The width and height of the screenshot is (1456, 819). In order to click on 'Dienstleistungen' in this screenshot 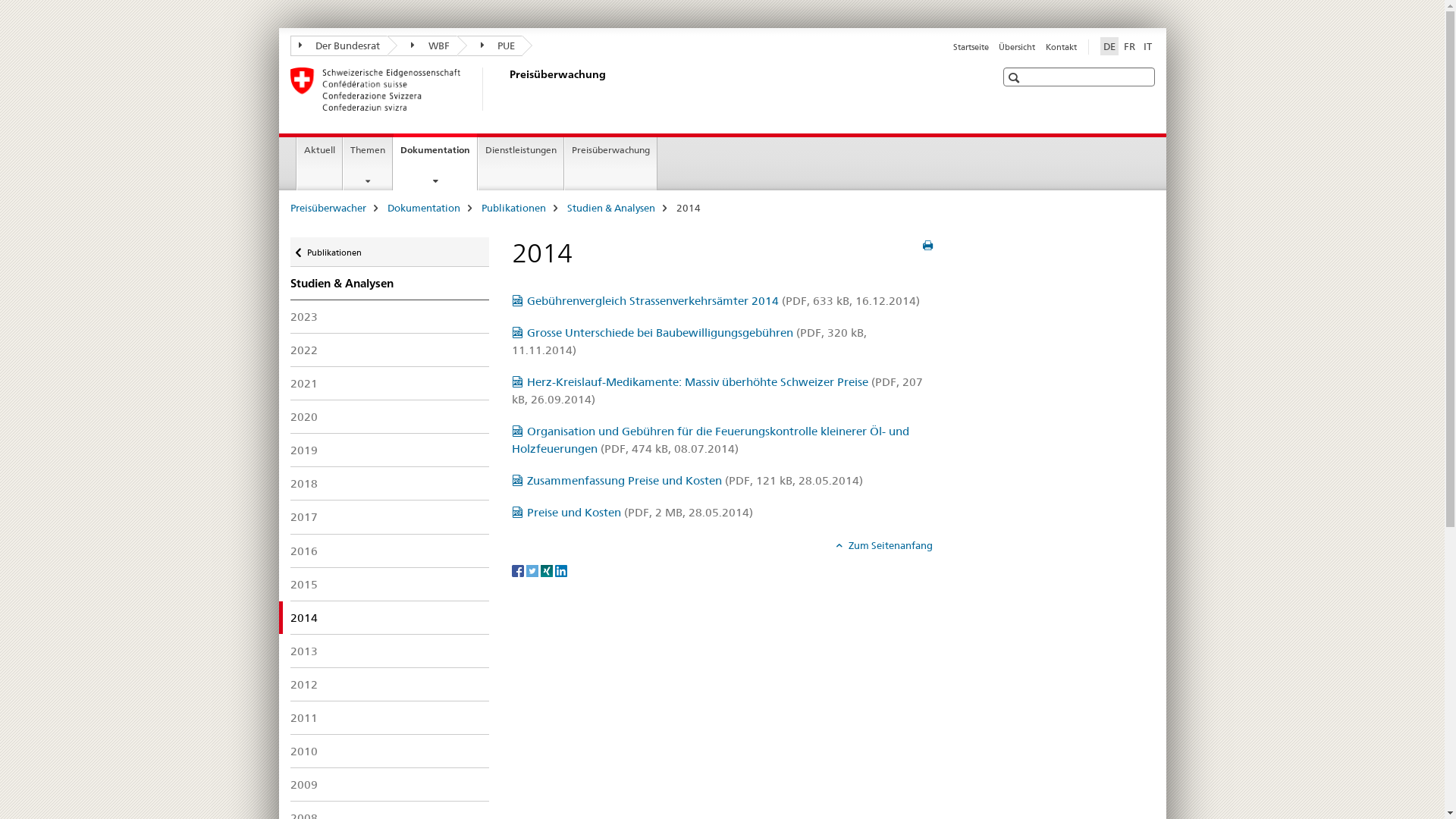, I will do `click(520, 164)`.